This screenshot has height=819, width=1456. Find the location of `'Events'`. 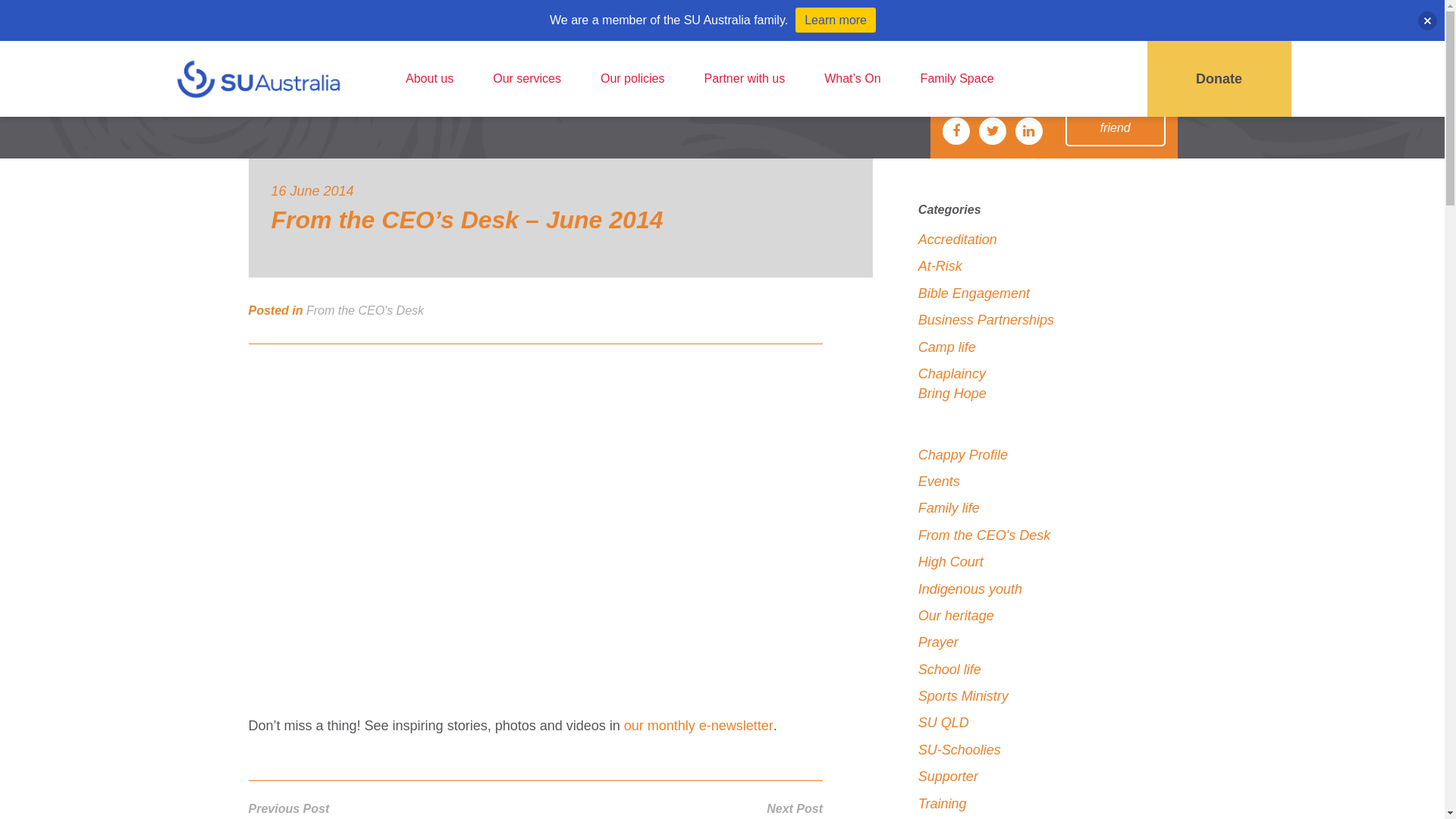

'Events' is located at coordinates (938, 482).